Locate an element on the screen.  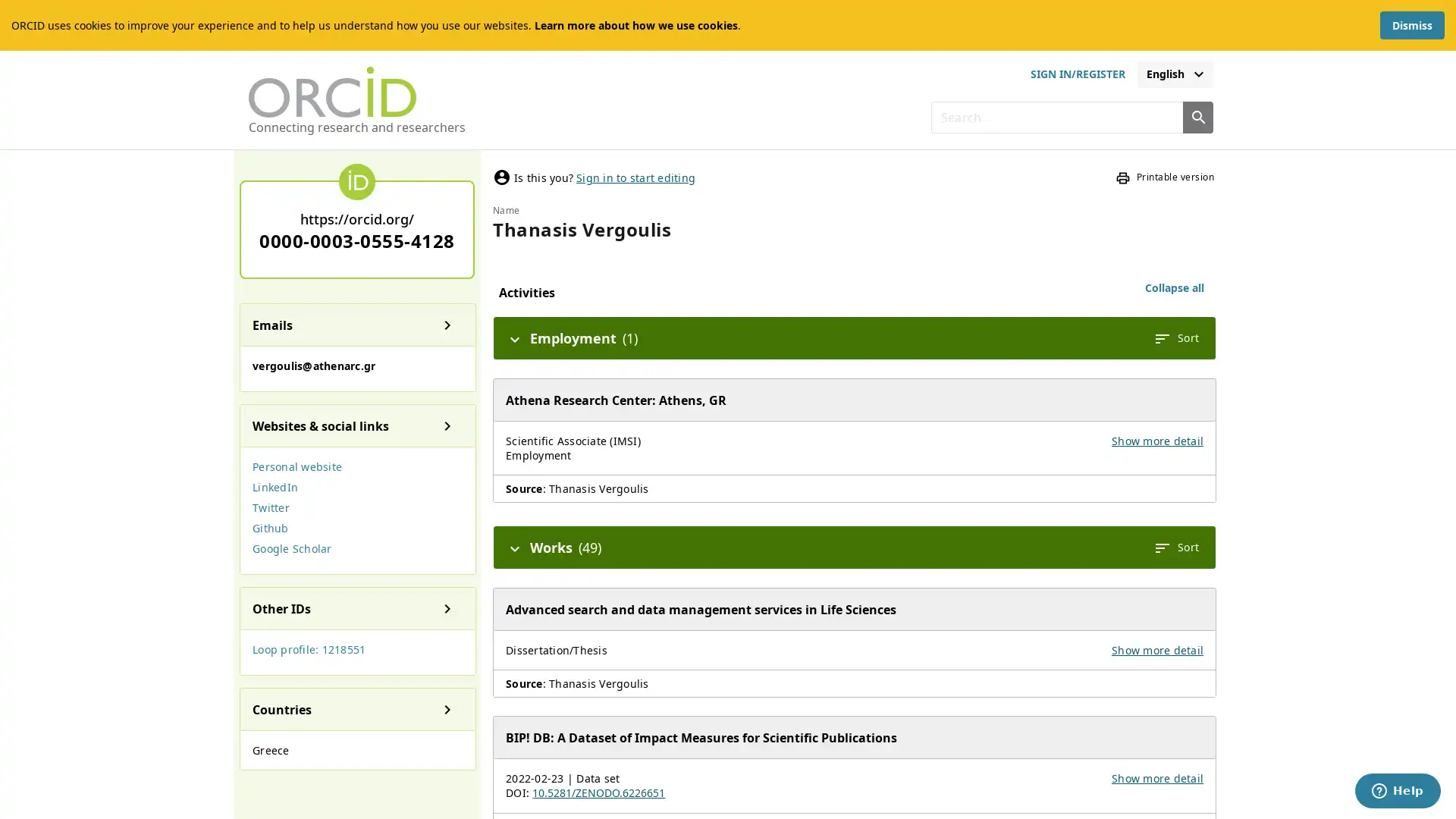
Search is located at coordinates (1197, 116).